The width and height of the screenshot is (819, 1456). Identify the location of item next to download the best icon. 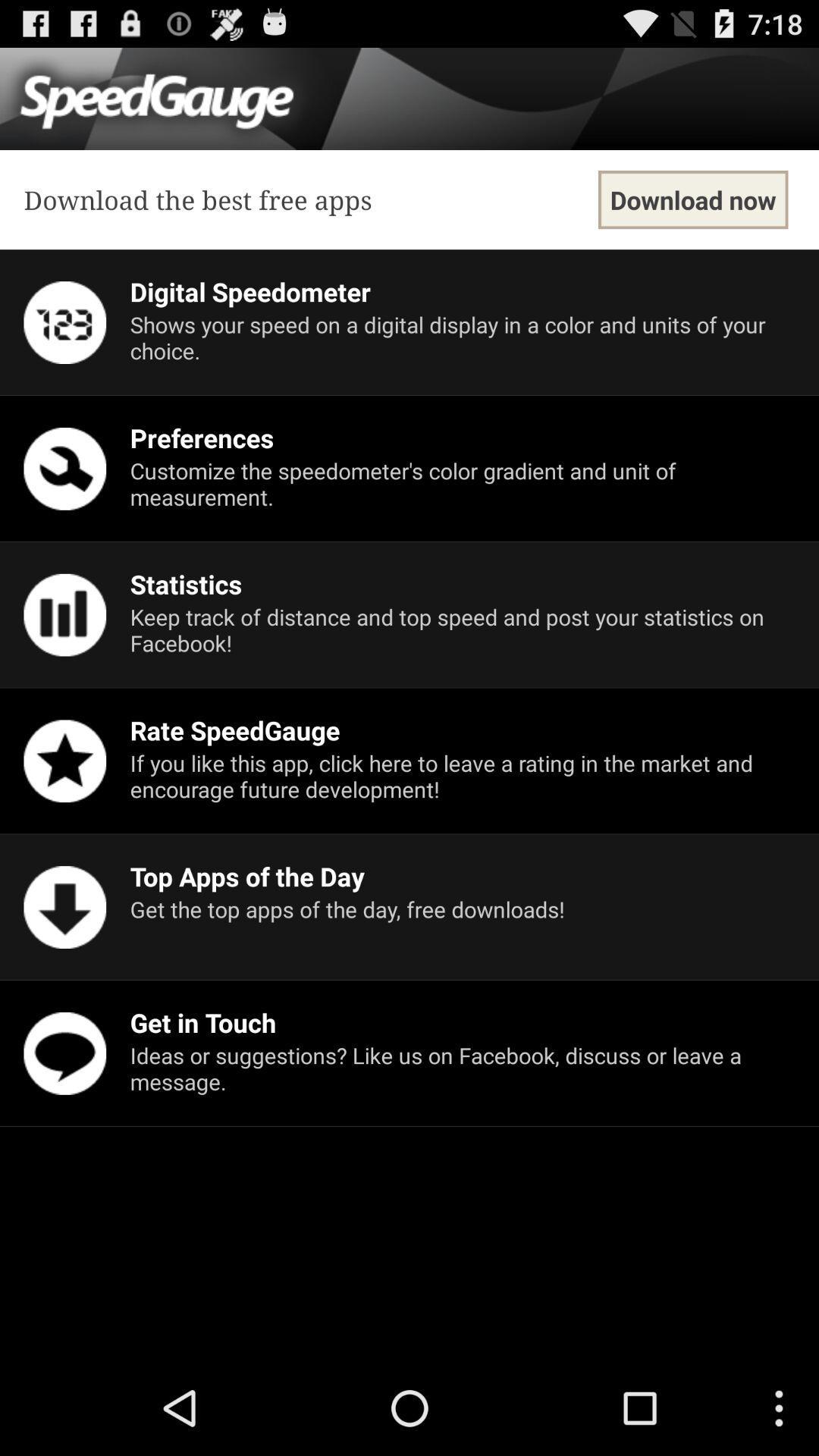
(693, 199).